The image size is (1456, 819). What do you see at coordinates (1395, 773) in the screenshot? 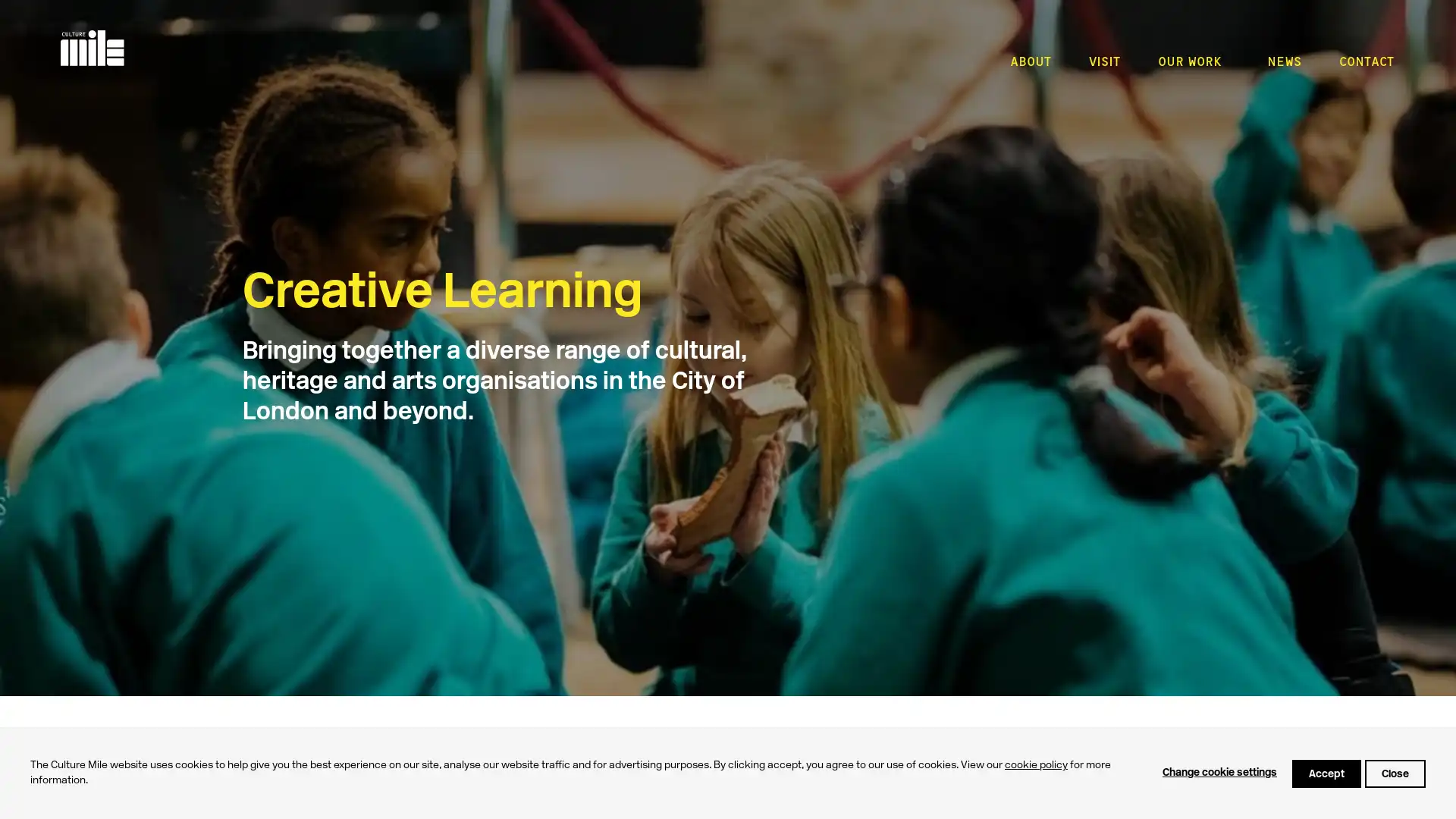
I see `Close` at bounding box center [1395, 773].